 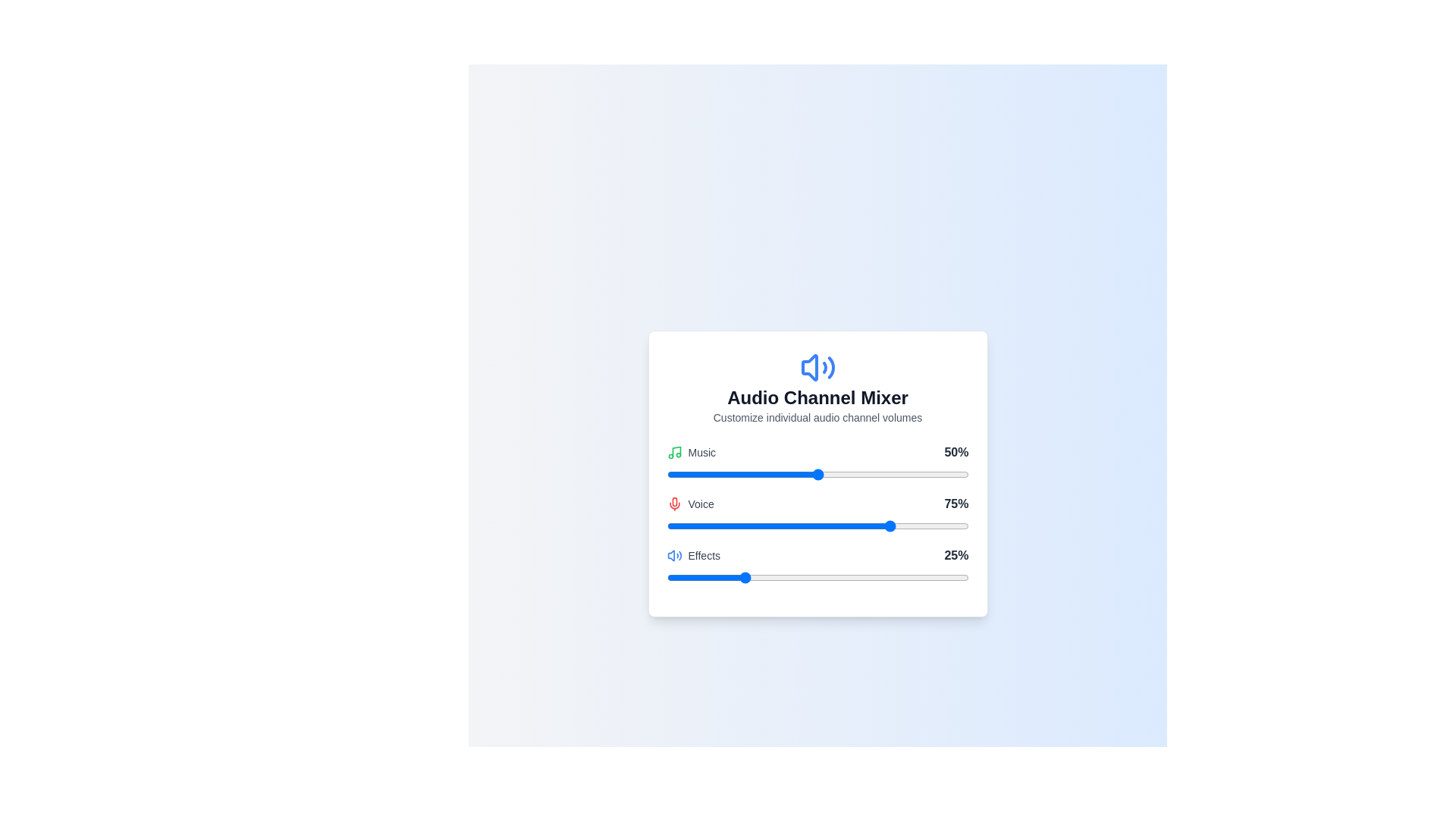 I want to click on effects volume, so click(x=708, y=578).